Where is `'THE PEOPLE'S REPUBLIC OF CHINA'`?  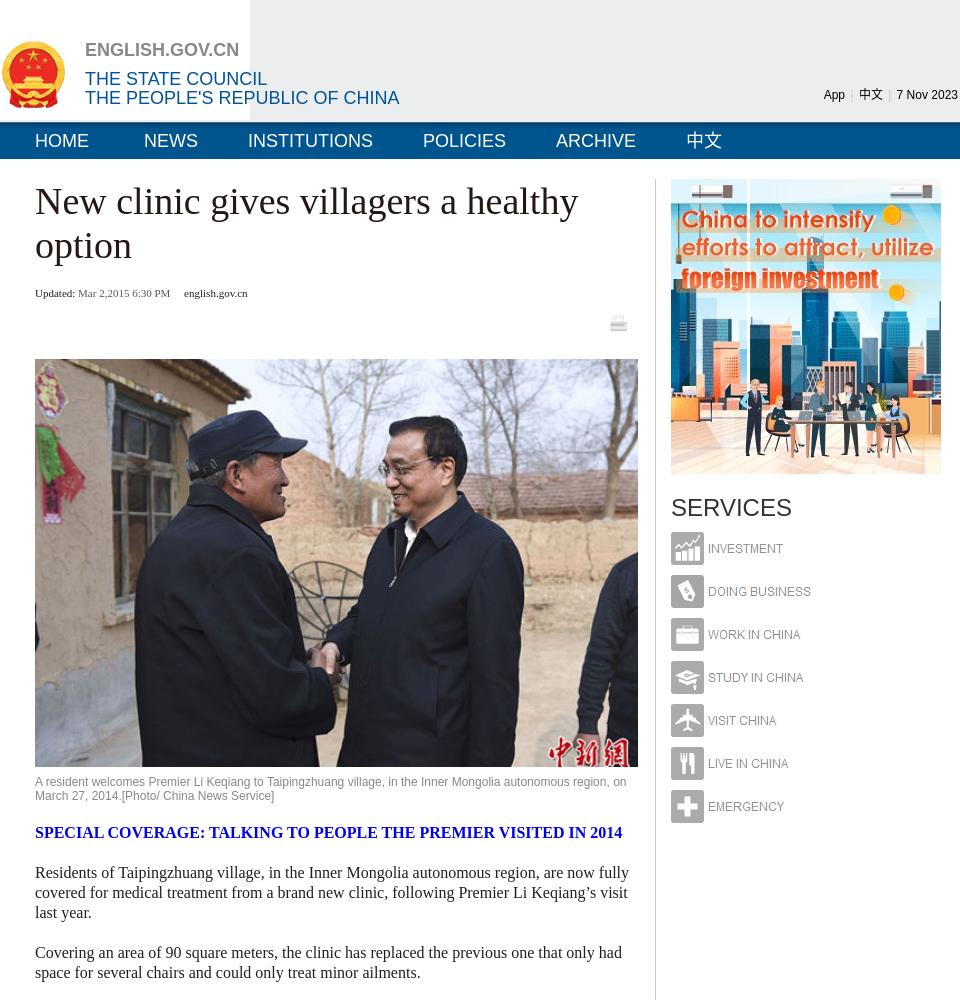
'THE PEOPLE'S REPUBLIC OF CHINA' is located at coordinates (241, 97).